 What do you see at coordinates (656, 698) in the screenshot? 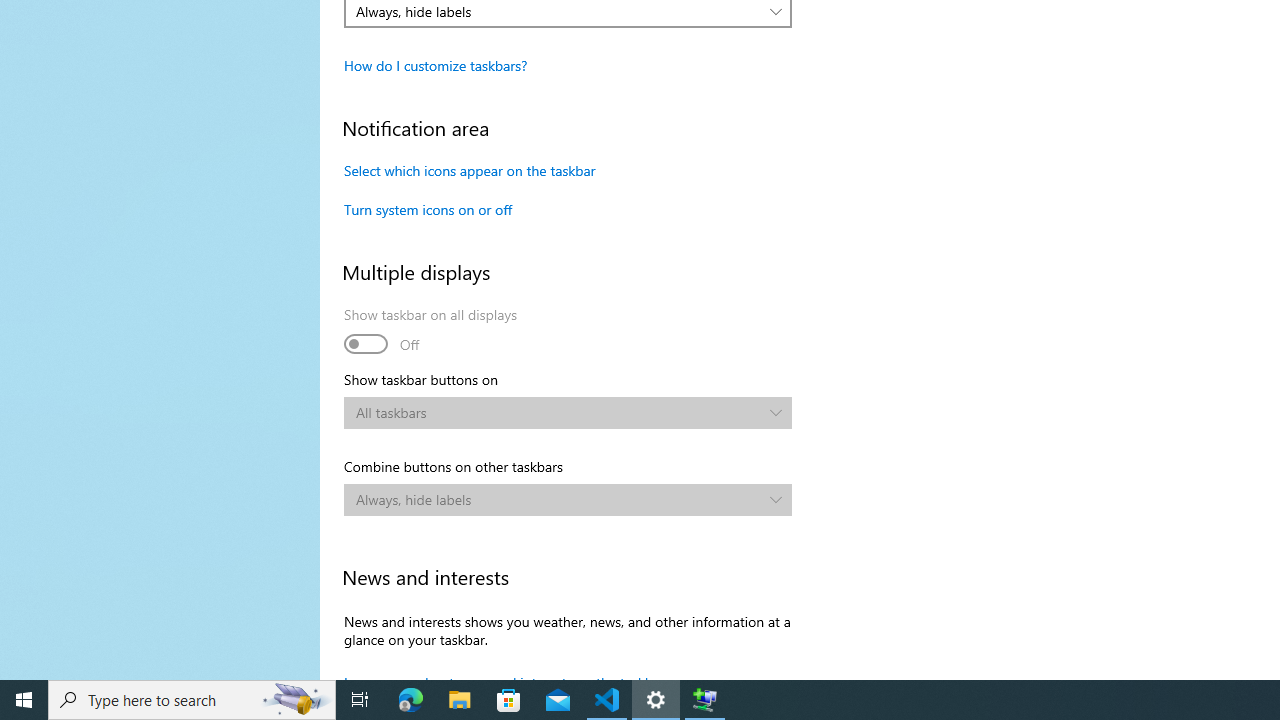
I see `'Settings - 1 running window'` at bounding box center [656, 698].